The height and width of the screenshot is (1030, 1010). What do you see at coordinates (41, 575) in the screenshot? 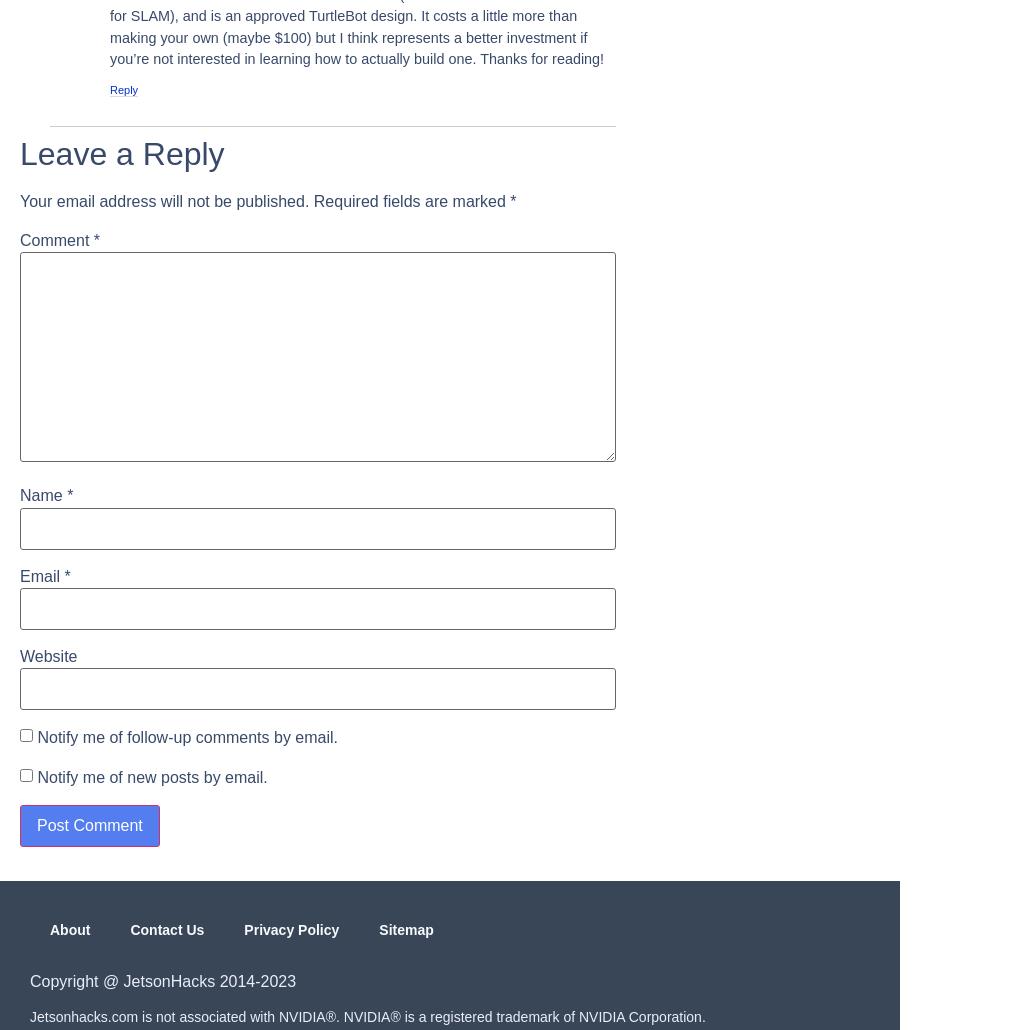
I see `'Email'` at bounding box center [41, 575].